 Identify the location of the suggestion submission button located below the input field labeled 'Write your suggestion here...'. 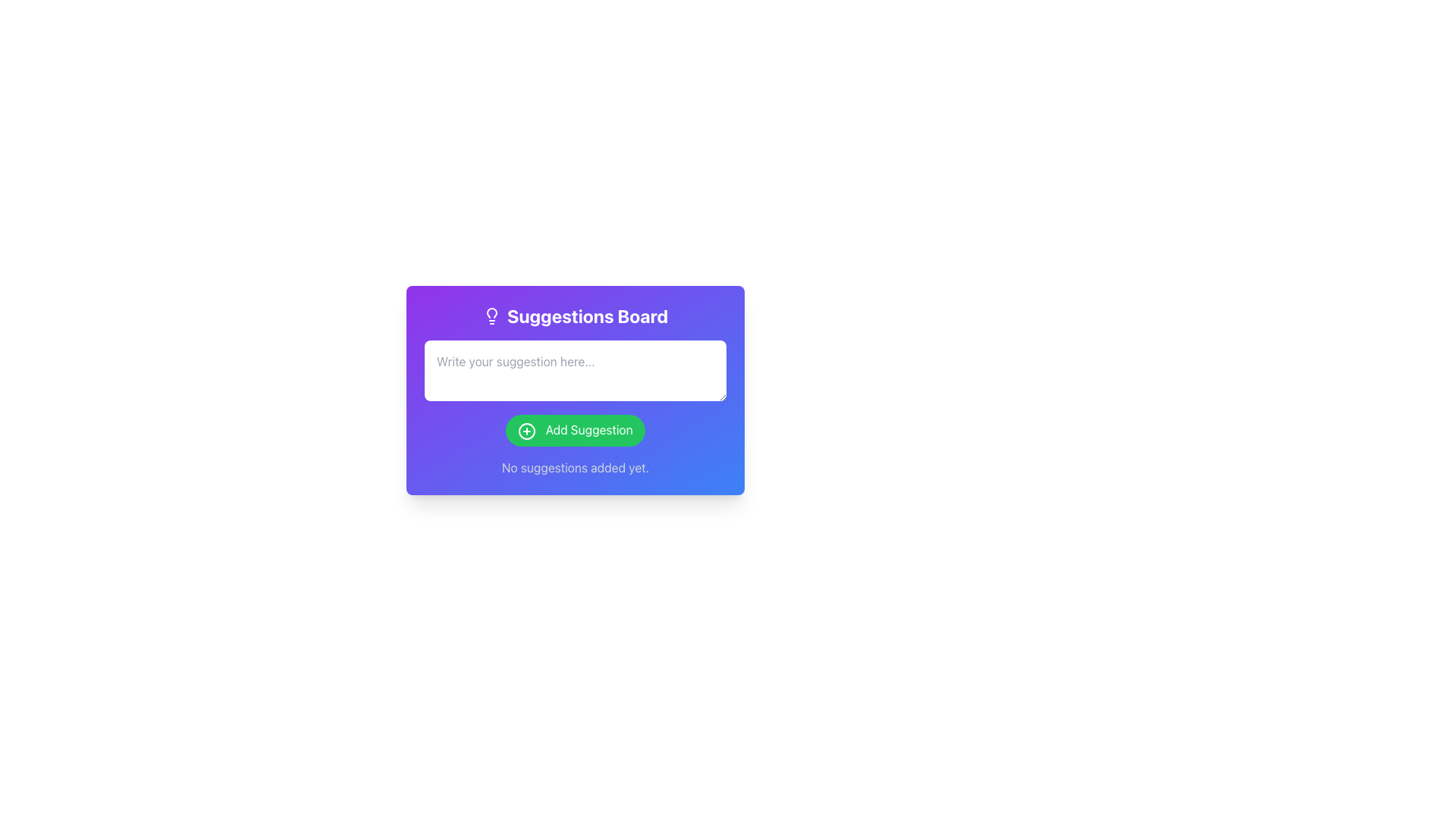
(574, 430).